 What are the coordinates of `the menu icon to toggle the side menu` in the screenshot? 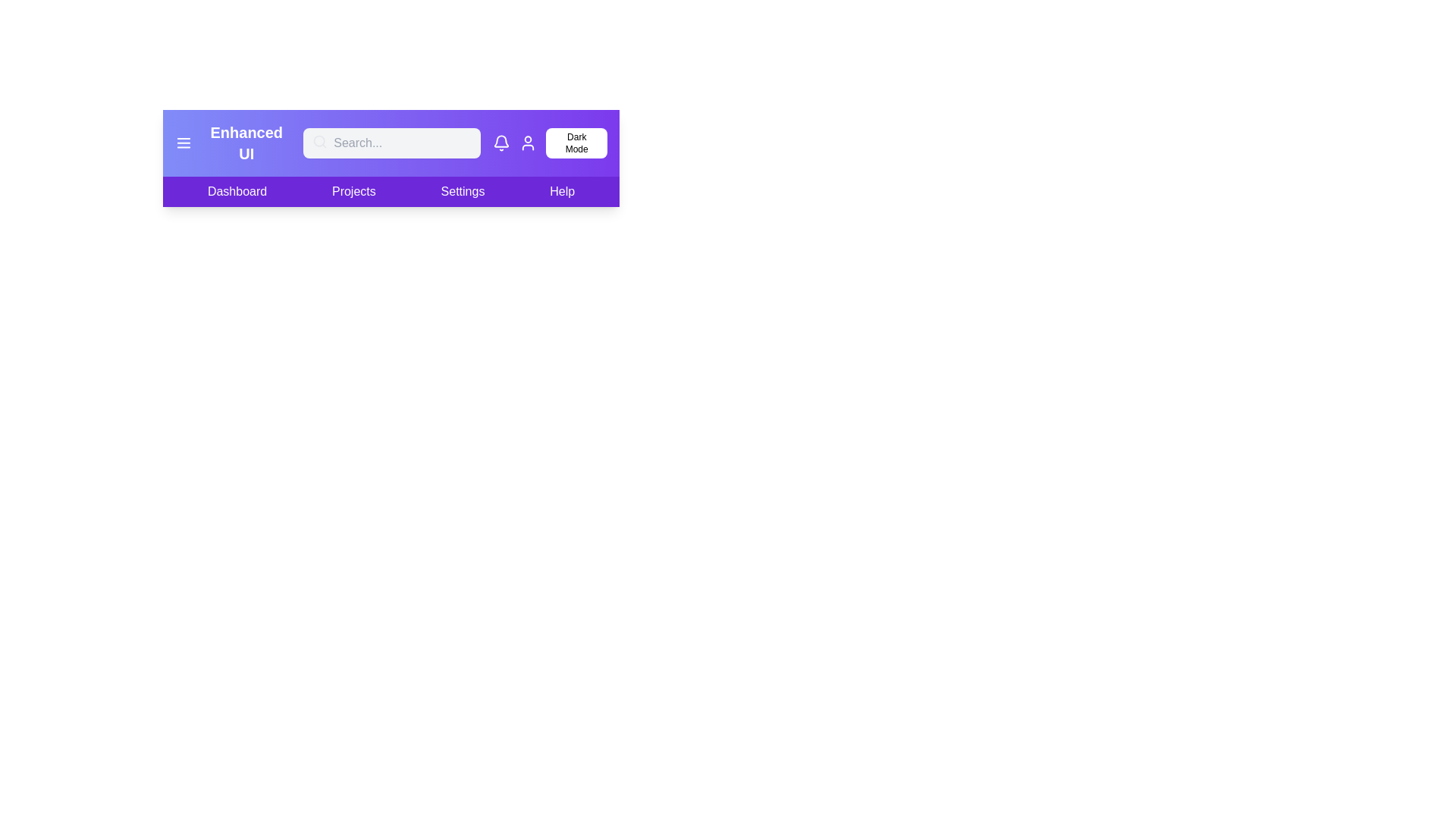 It's located at (182, 143).